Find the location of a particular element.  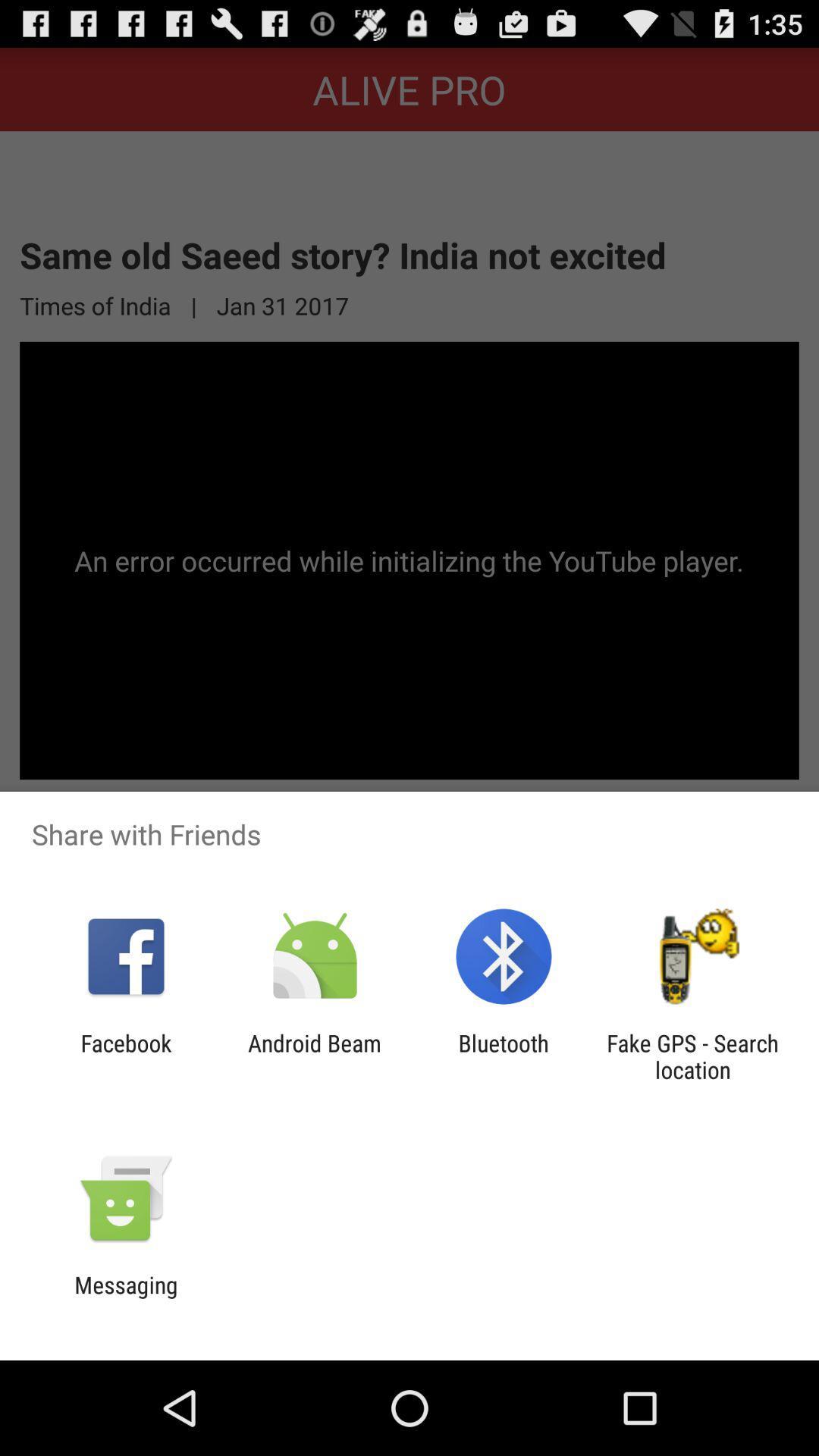

the app to the left of bluetooth item is located at coordinates (314, 1056).